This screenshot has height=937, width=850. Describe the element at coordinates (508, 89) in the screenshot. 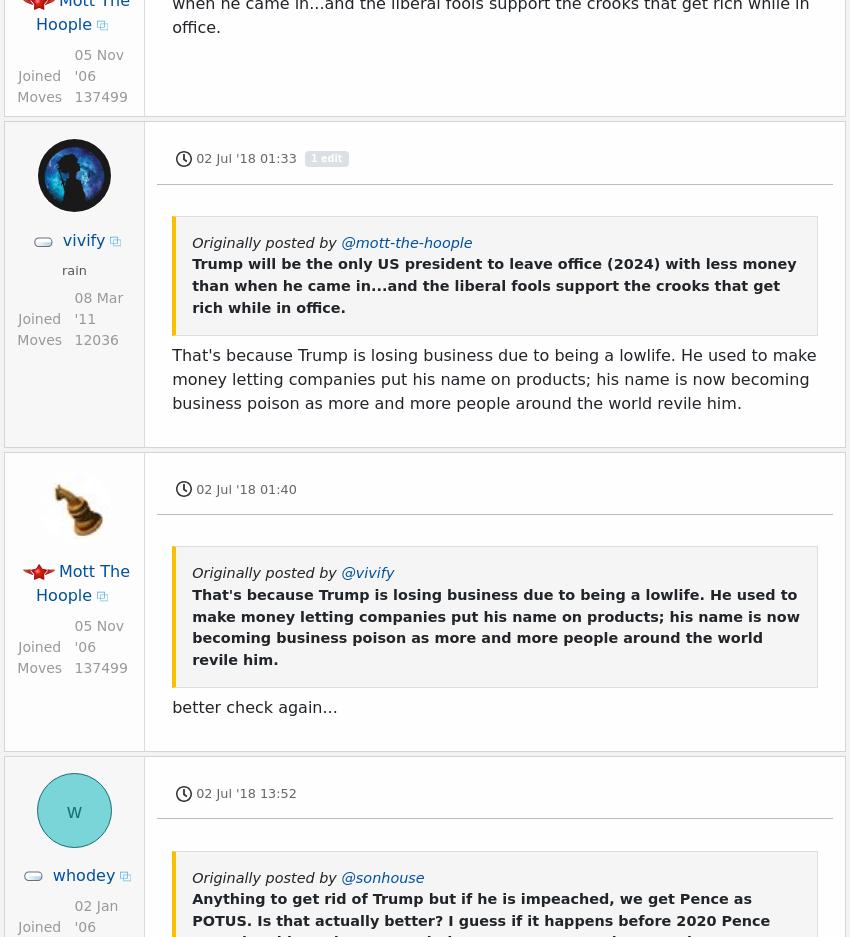

I see `'Android Chess App'` at that location.